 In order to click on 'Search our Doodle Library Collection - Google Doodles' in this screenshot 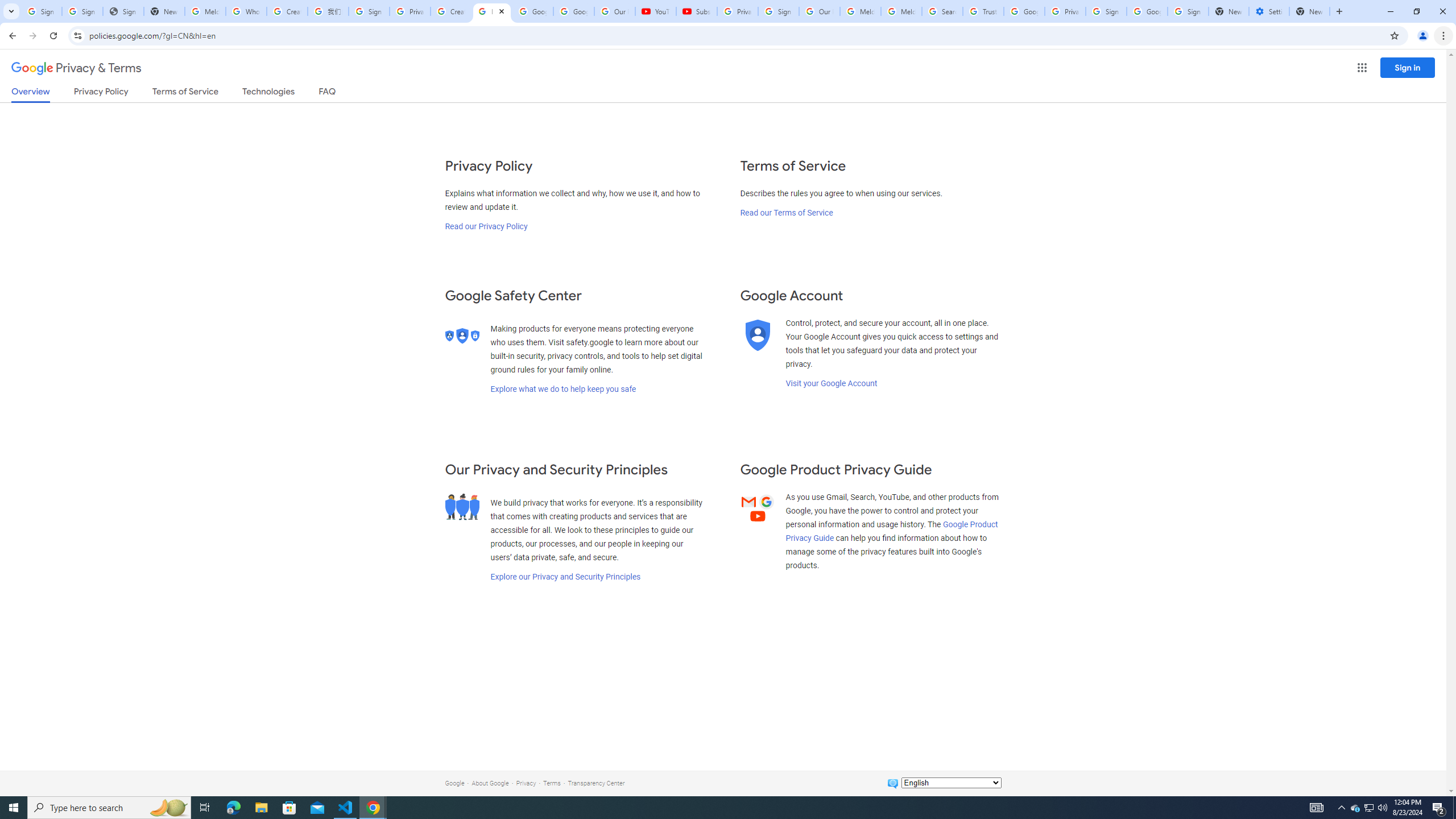, I will do `click(942, 11)`.